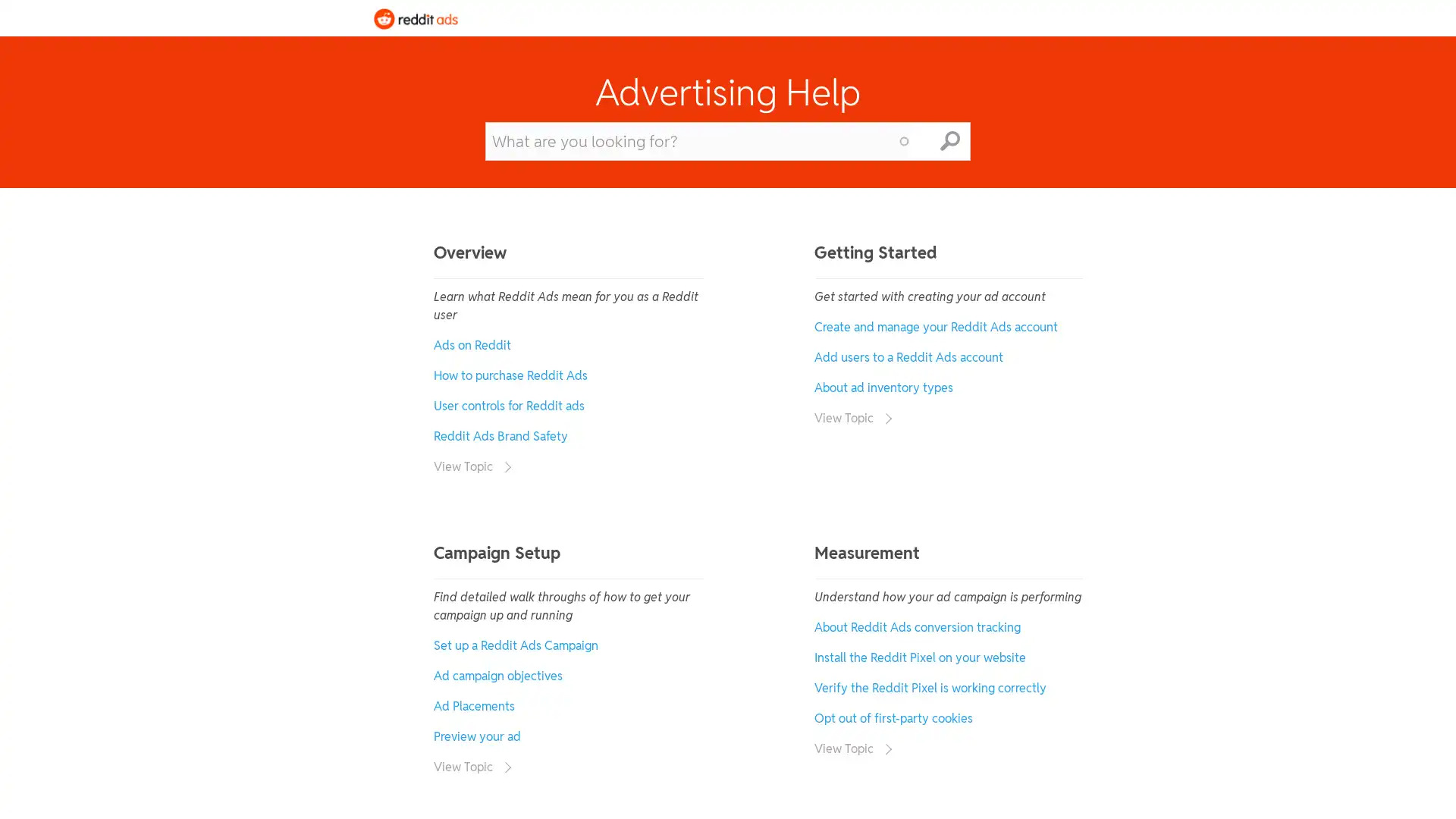 This screenshot has height=819, width=1456. I want to click on SEARCH, so click(949, 140).